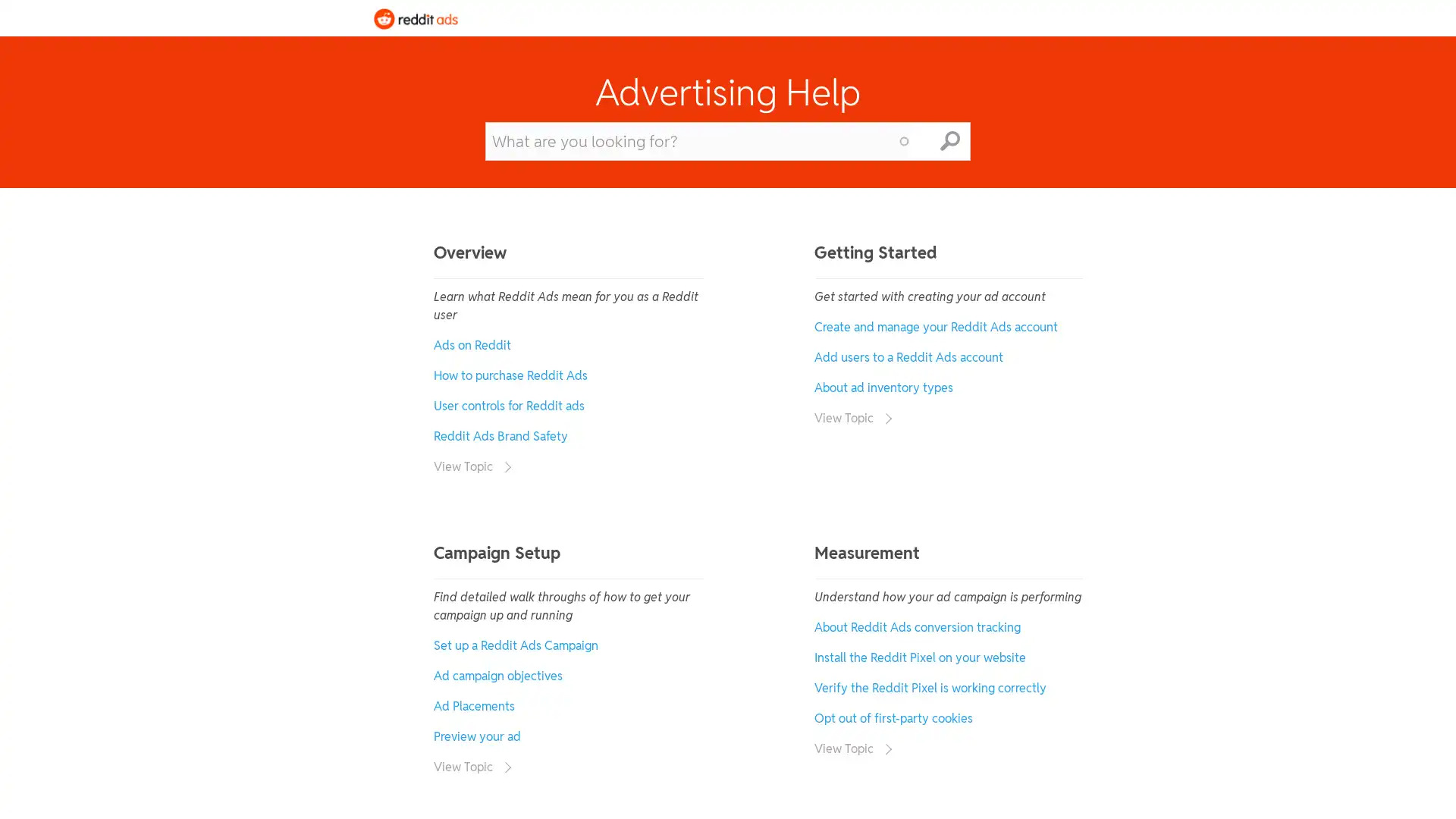 This screenshot has height=819, width=1456. I want to click on SEARCH, so click(949, 140).